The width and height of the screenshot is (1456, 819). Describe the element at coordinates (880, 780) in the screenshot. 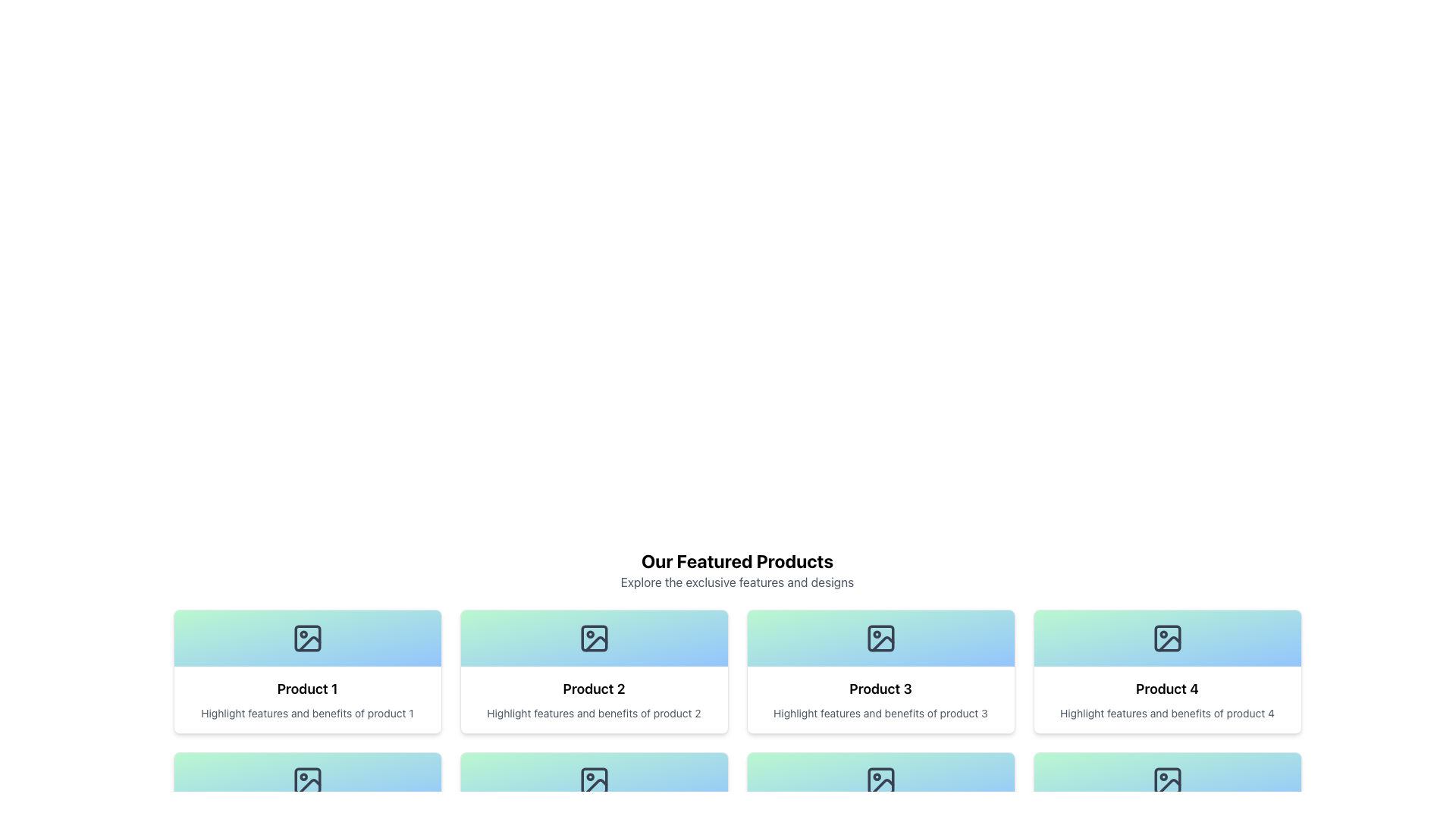

I see `the SVG graphic icon representing an image or photo, located in the lower-right box of the featured products section, styled in gray on a gradient background` at that location.